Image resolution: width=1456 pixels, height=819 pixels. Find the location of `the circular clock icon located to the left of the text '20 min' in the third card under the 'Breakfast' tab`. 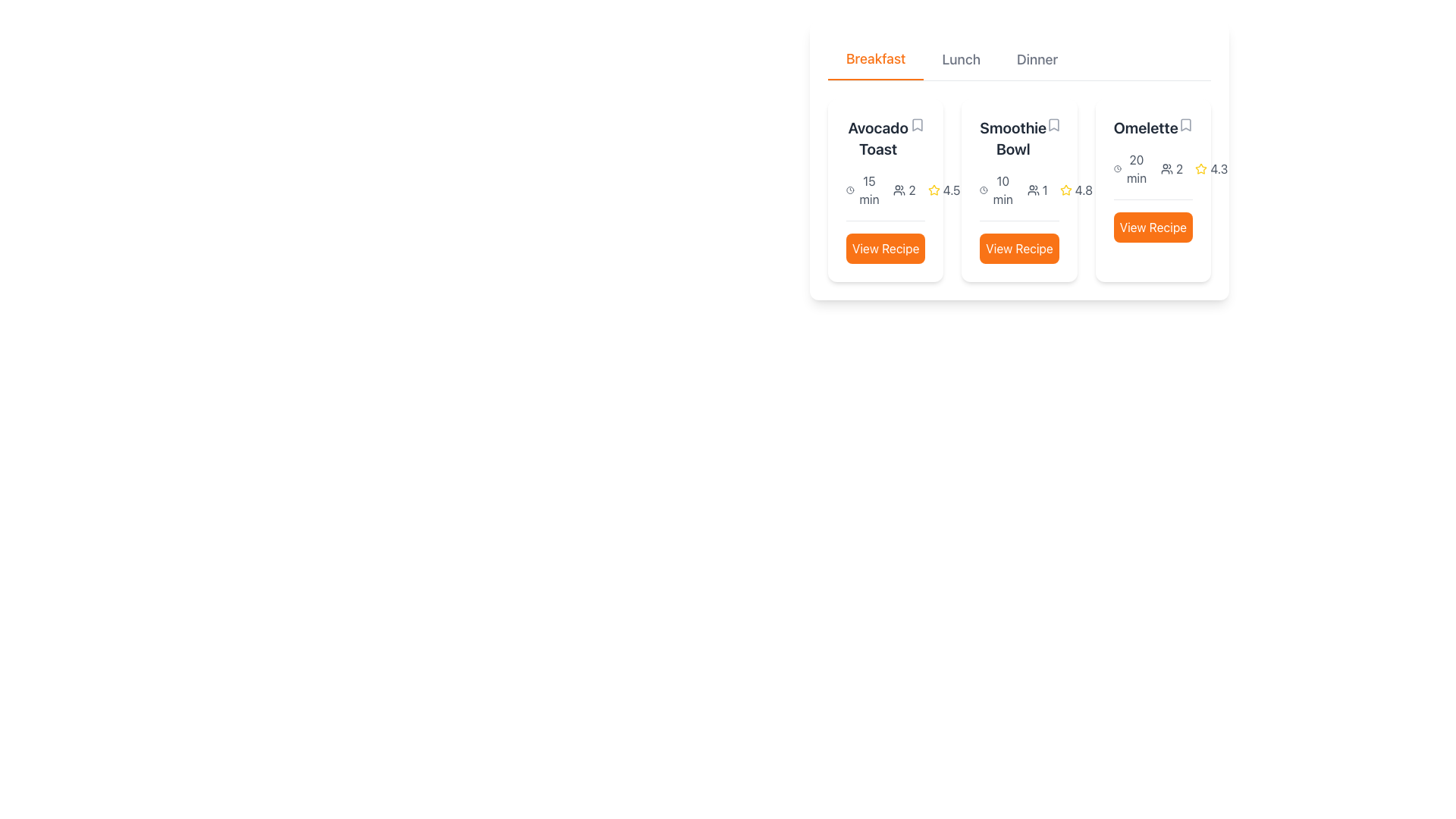

the circular clock icon located to the left of the text '20 min' in the third card under the 'Breakfast' tab is located at coordinates (1117, 169).